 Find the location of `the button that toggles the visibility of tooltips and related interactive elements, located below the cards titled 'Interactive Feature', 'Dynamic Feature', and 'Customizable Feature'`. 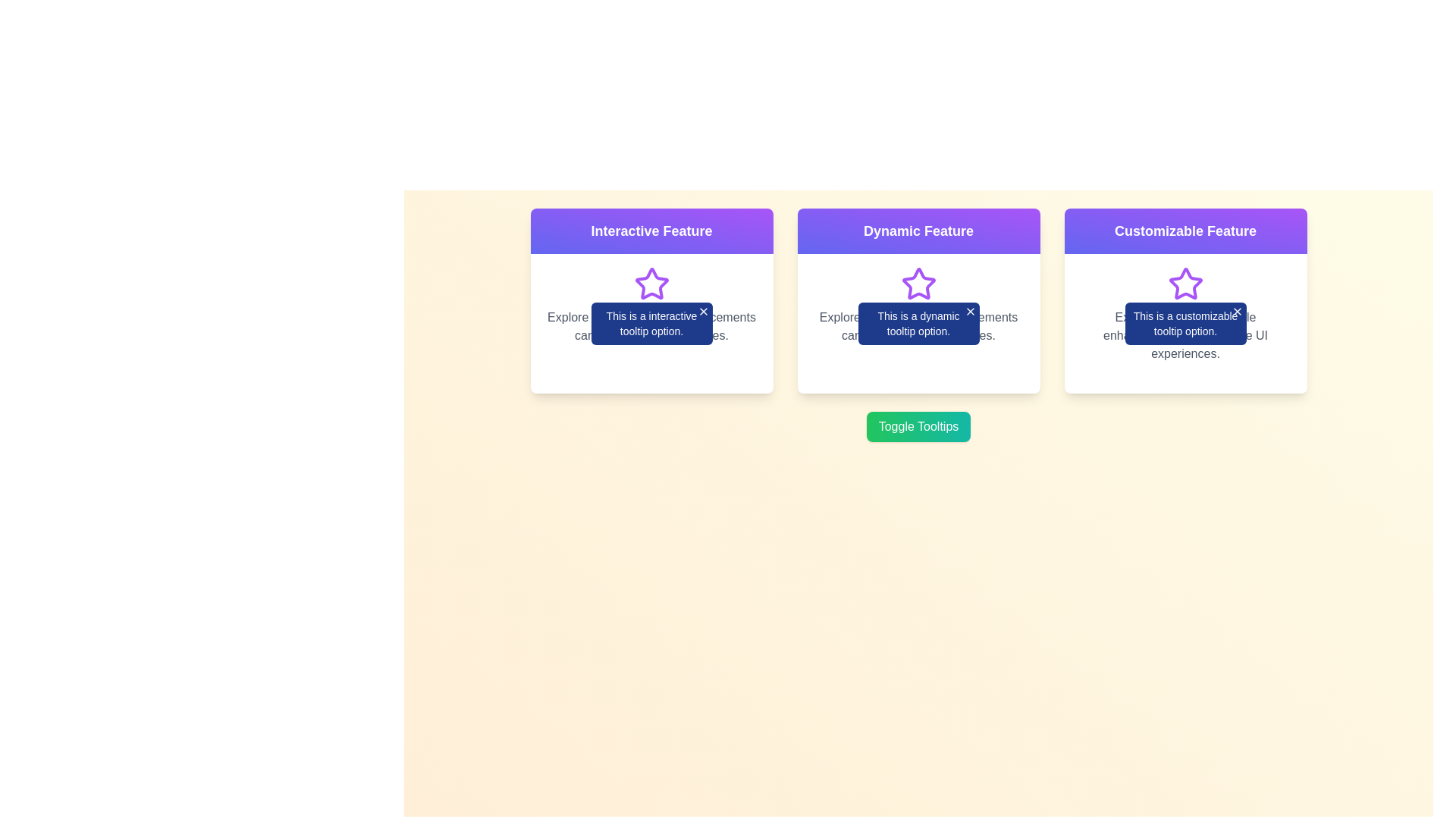

the button that toggles the visibility of tooltips and related interactive elements, located below the cards titled 'Interactive Feature', 'Dynamic Feature', and 'Customizable Feature' is located at coordinates (918, 427).